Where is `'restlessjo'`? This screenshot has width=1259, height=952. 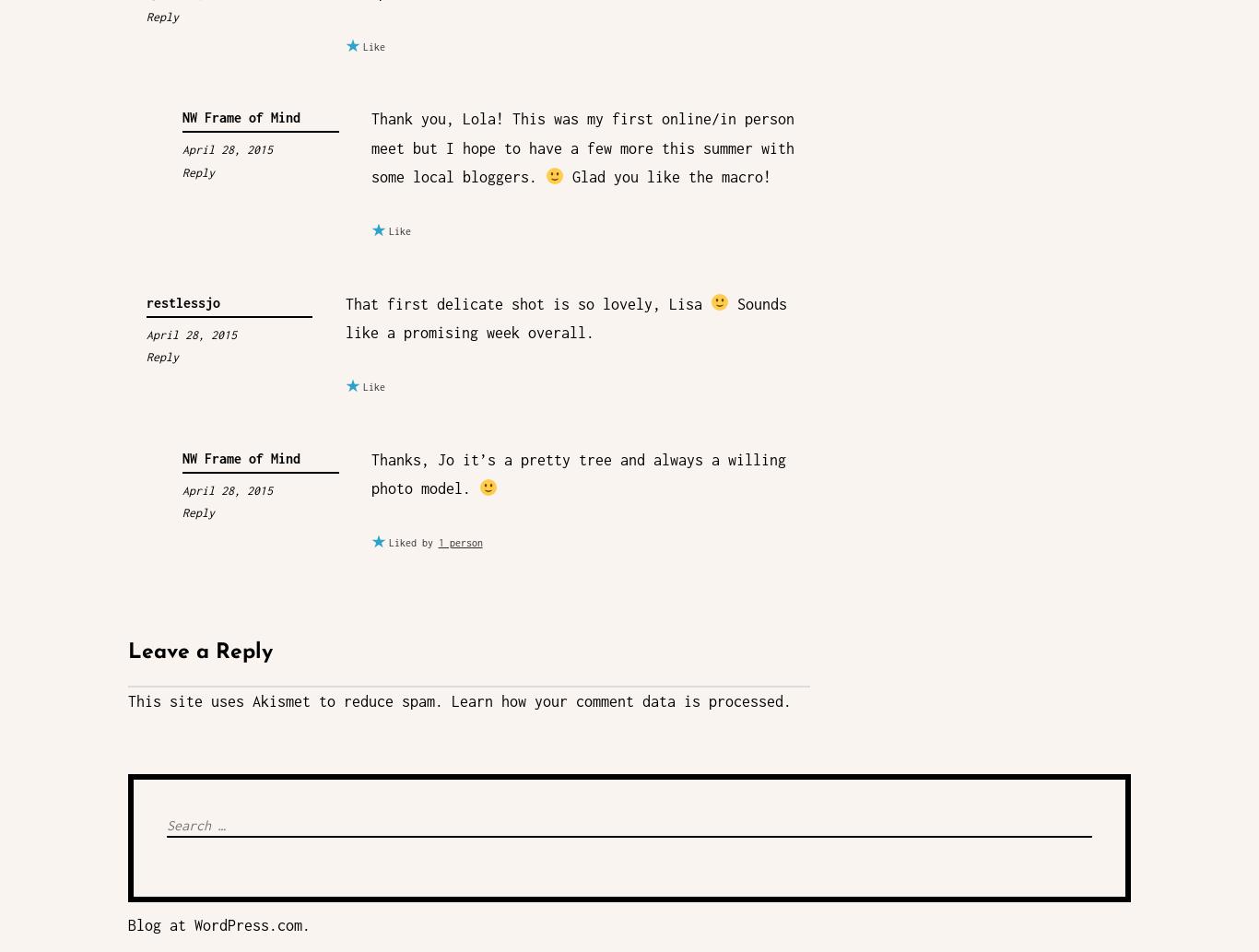 'restlessjo' is located at coordinates (182, 300).